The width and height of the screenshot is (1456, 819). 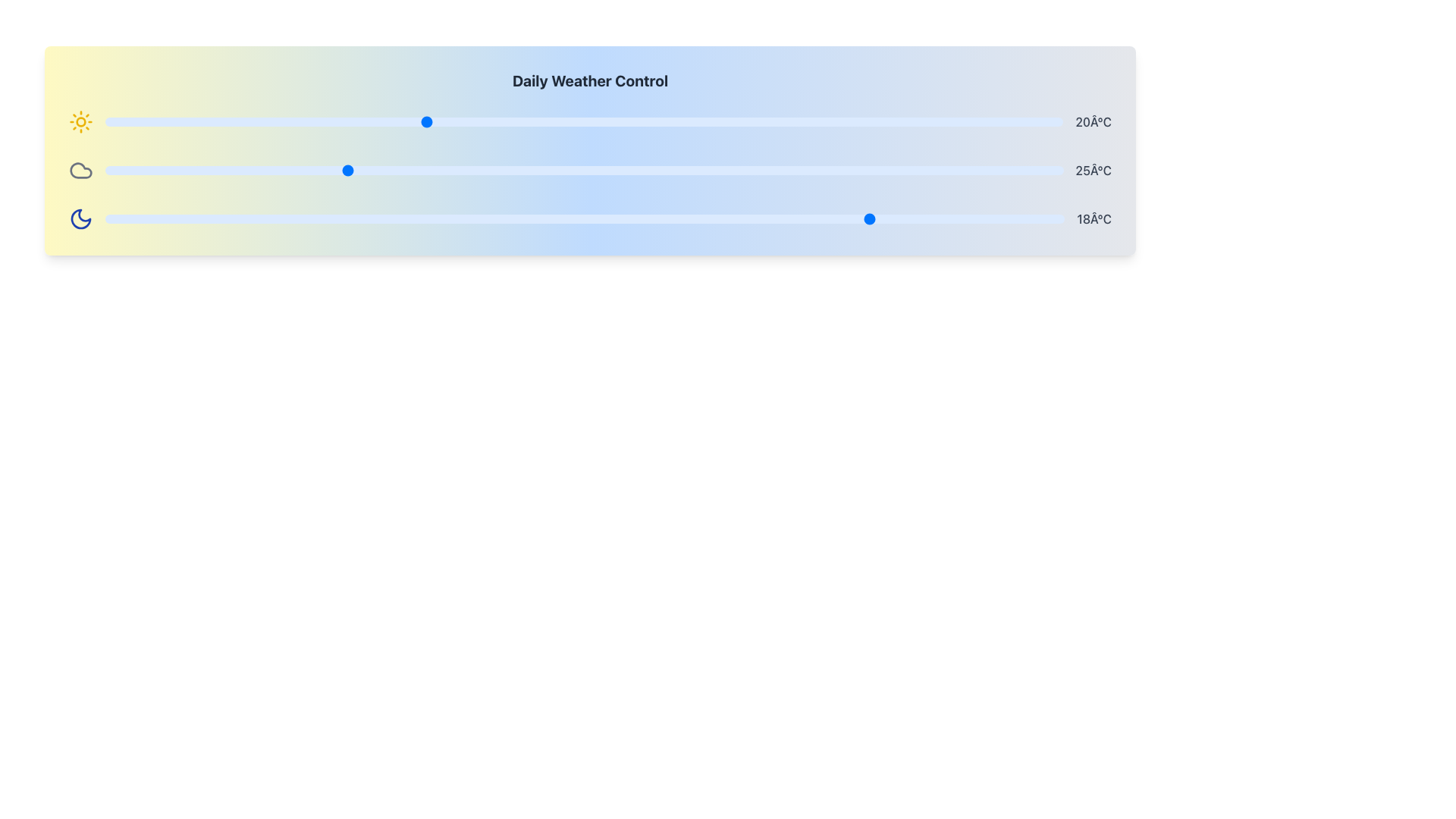 What do you see at coordinates (488, 219) in the screenshot?
I see `the temperature slider` at bounding box center [488, 219].